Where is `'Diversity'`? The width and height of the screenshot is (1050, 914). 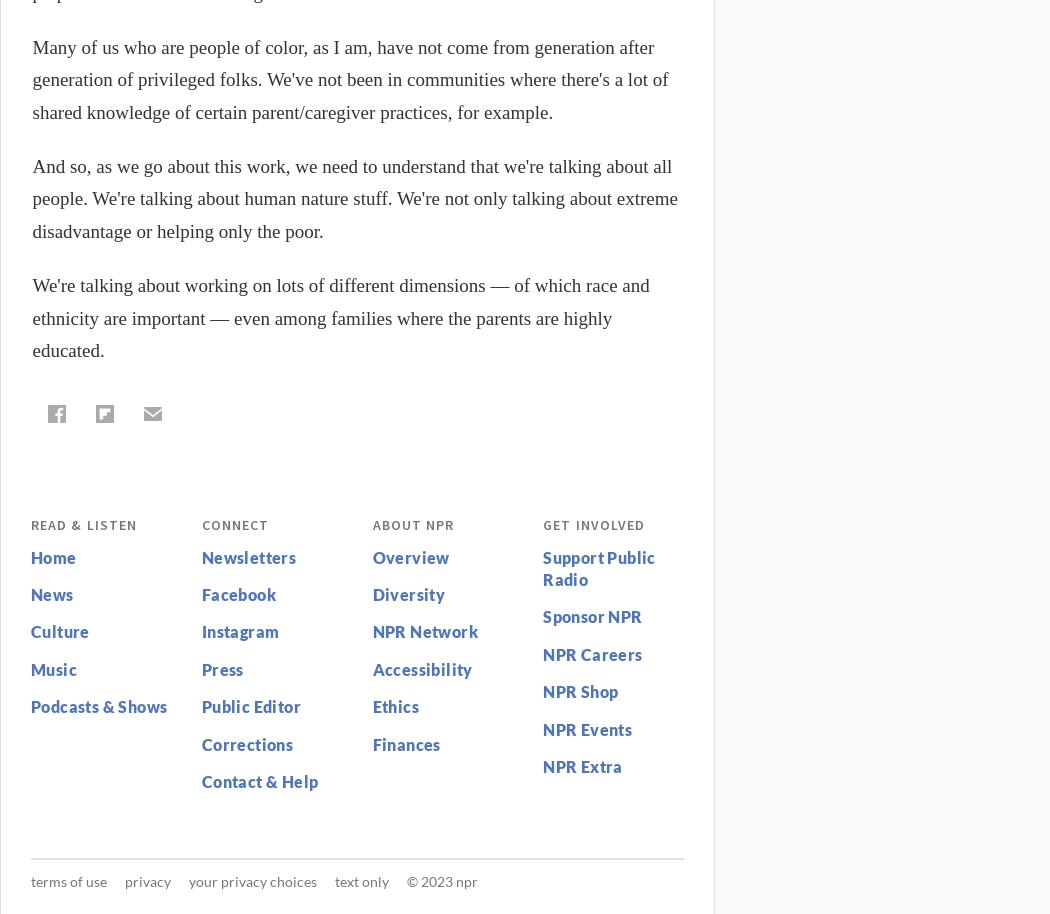 'Diversity' is located at coordinates (408, 594).